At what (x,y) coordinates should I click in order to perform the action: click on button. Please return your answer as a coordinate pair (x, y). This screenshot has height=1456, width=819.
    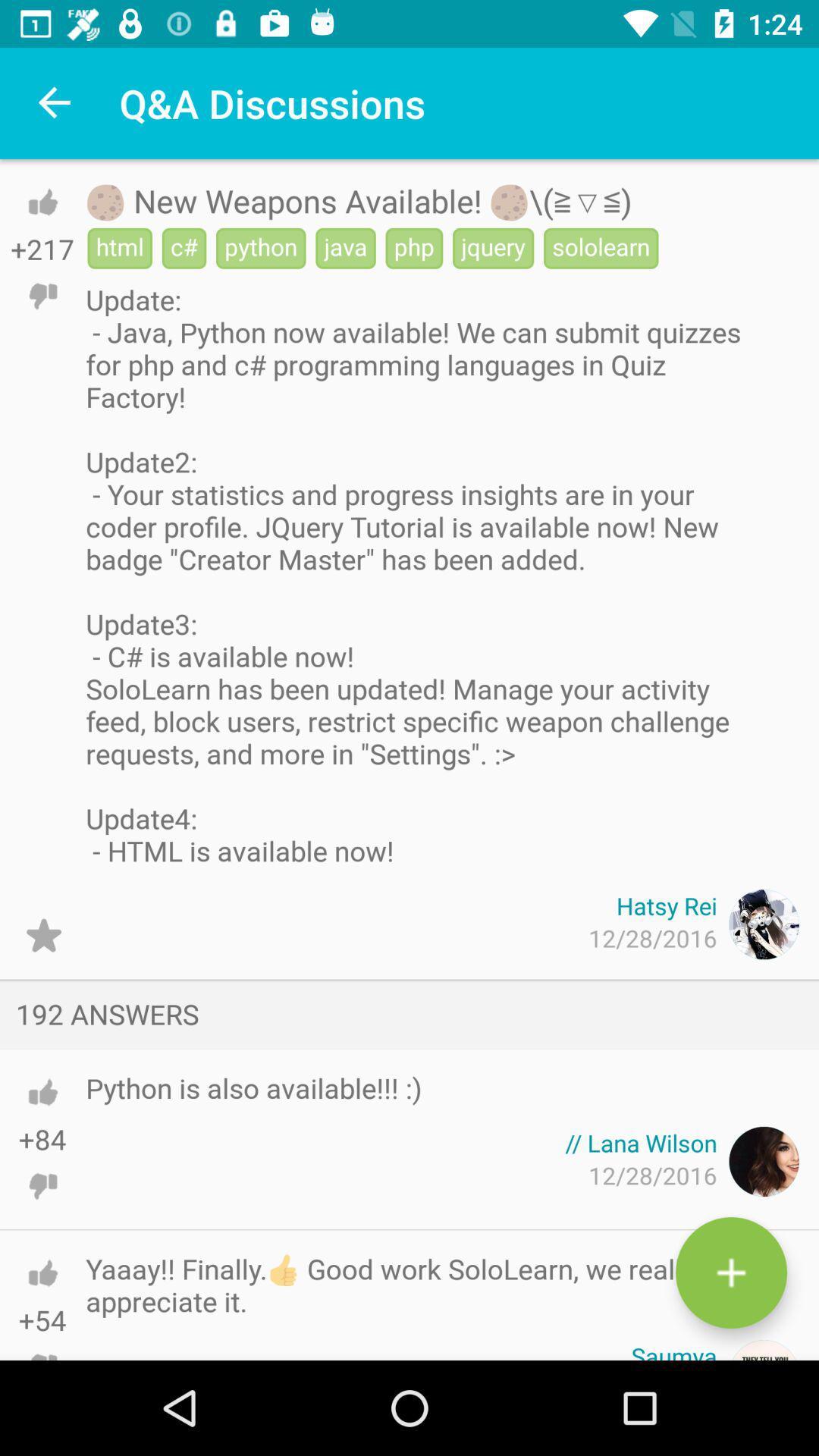
    Looking at the image, I should click on (730, 1272).